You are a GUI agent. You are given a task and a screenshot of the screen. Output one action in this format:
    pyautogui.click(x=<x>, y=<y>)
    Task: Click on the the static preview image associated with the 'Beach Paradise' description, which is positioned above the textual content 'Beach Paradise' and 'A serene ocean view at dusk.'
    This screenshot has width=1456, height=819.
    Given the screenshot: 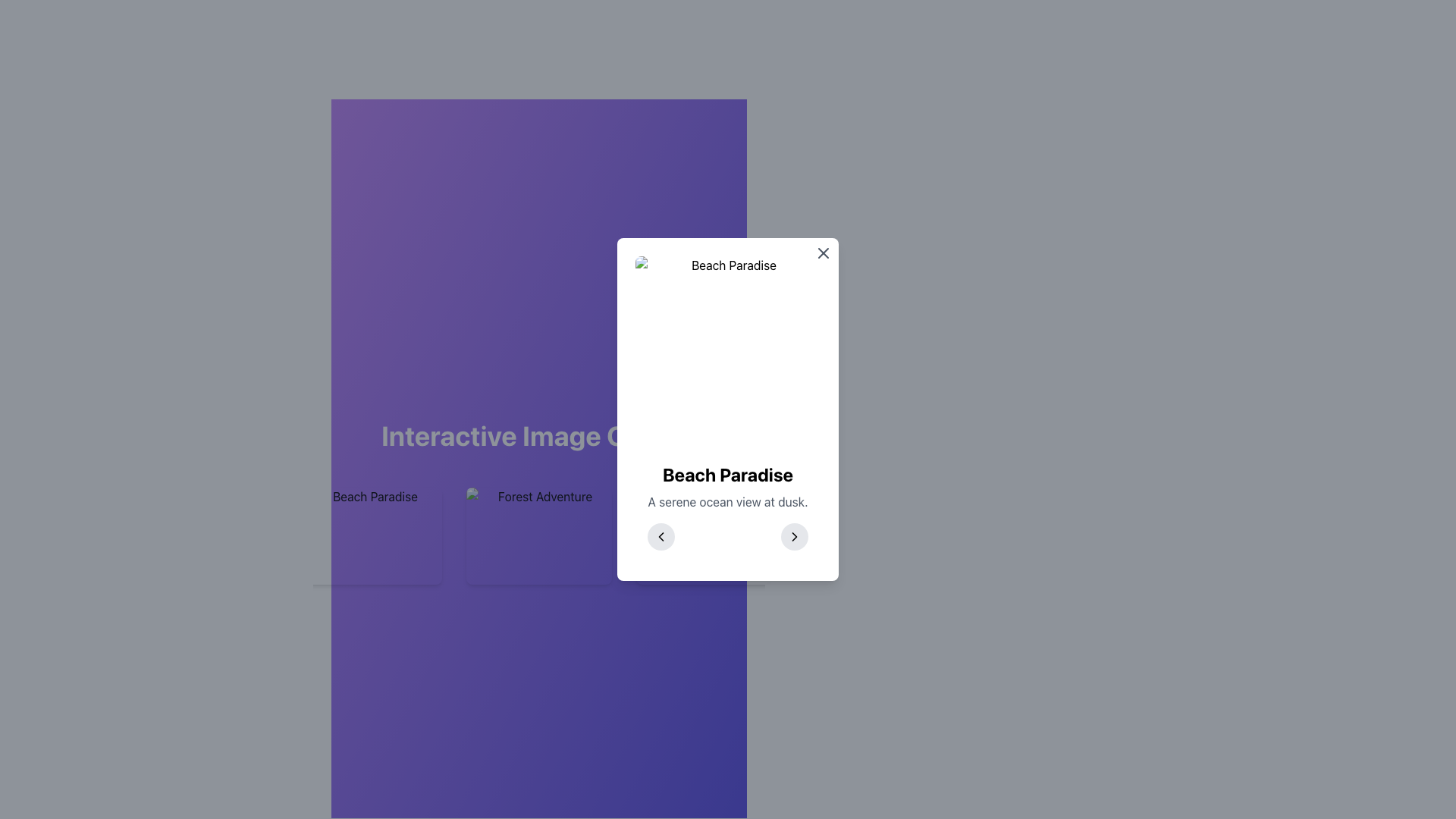 What is the action you would take?
    pyautogui.click(x=728, y=353)
    